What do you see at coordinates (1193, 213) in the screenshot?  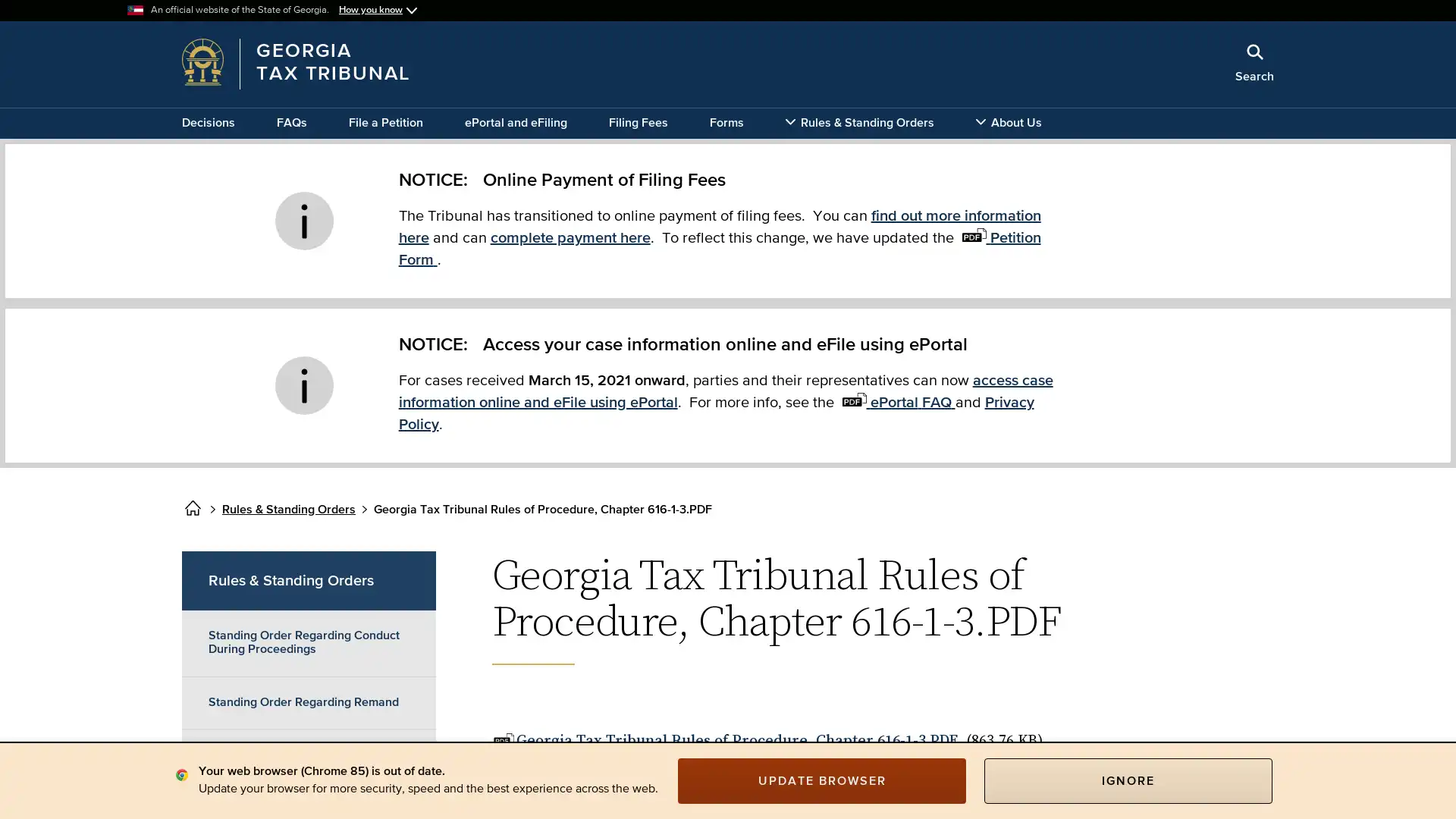 I see `Search` at bounding box center [1193, 213].